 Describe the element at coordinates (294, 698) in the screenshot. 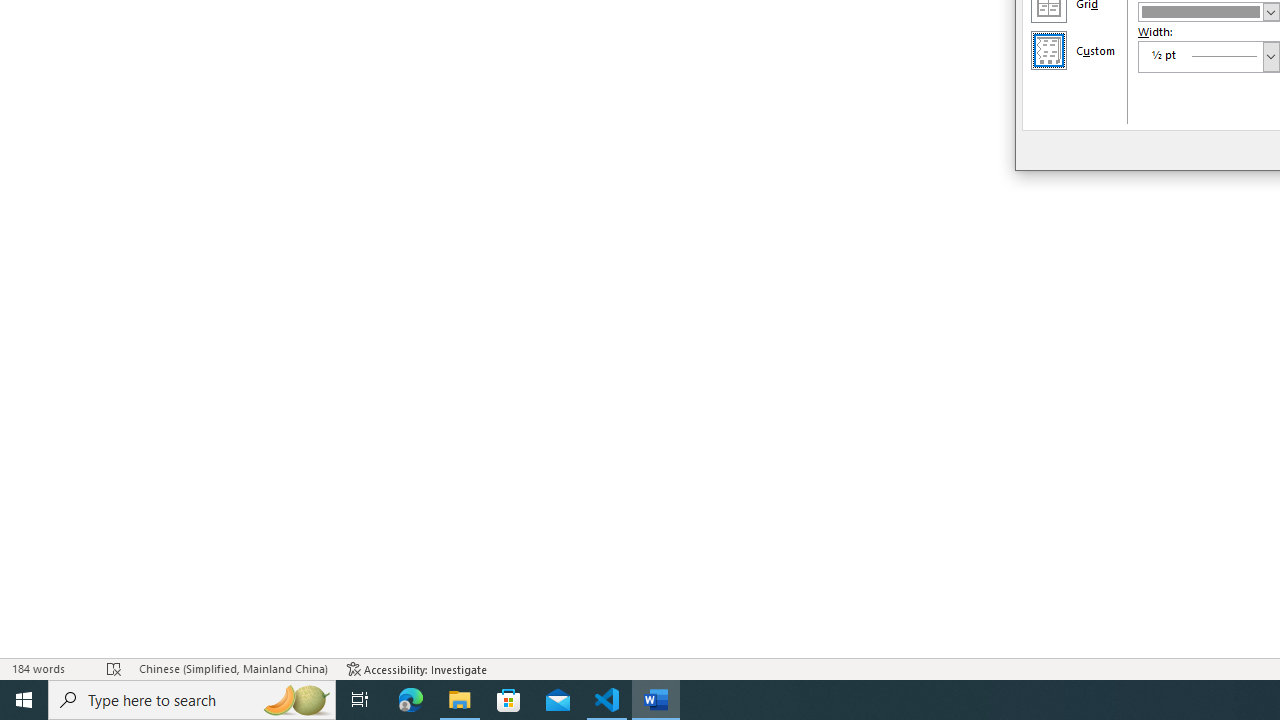

I see `'Search highlights icon opens search home window'` at that location.